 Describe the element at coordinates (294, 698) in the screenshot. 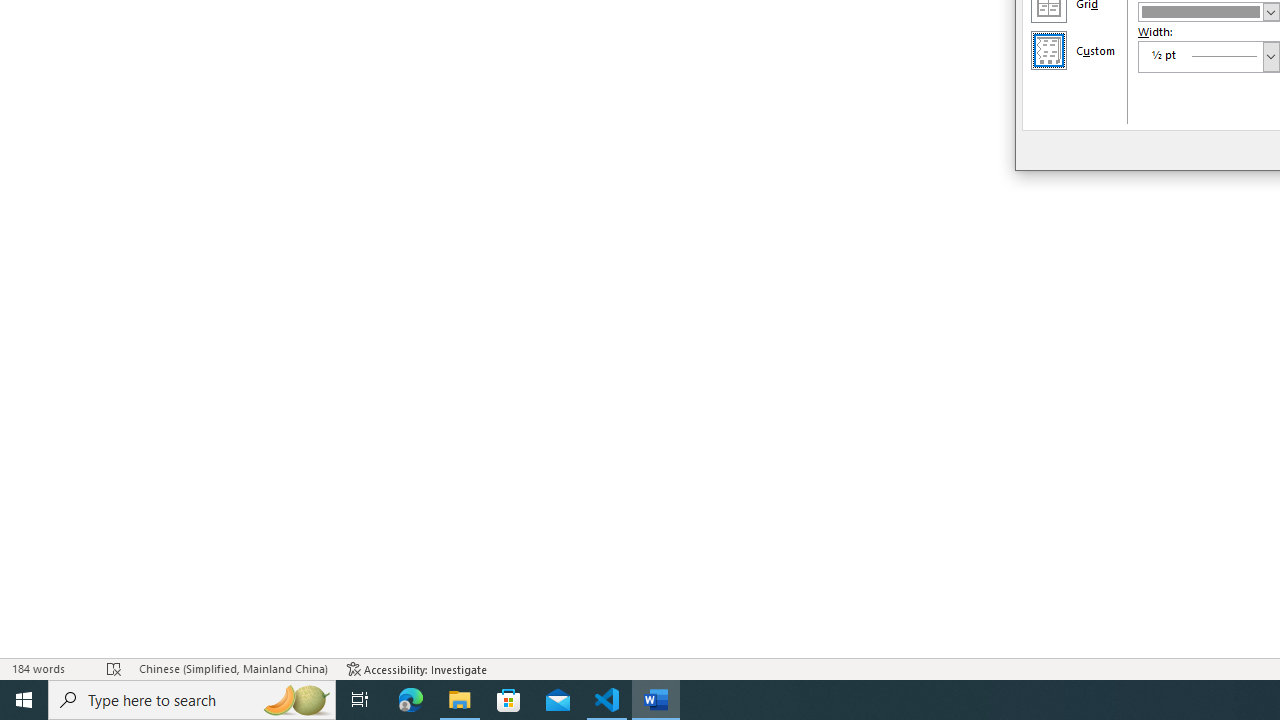

I see `'Search highlights icon opens search home window'` at that location.